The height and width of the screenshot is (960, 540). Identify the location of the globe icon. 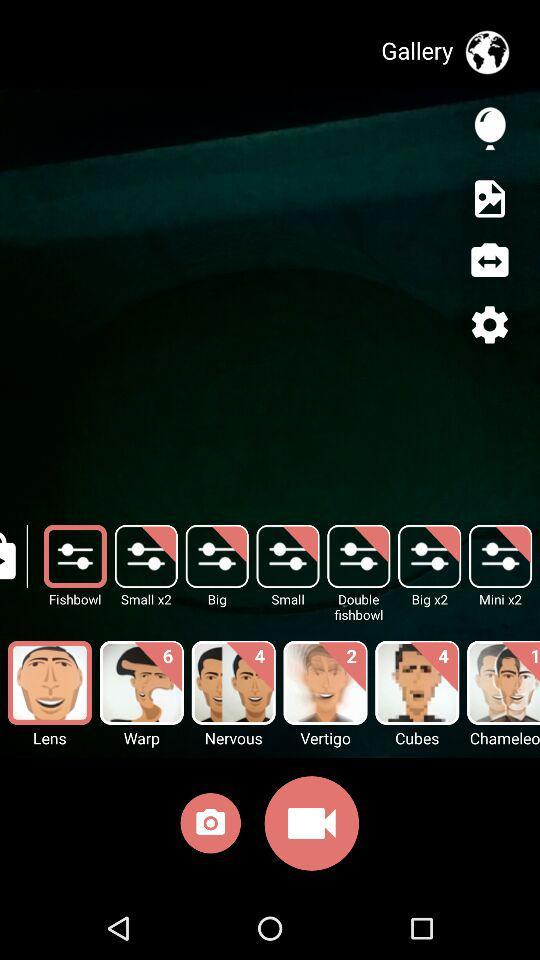
(486, 51).